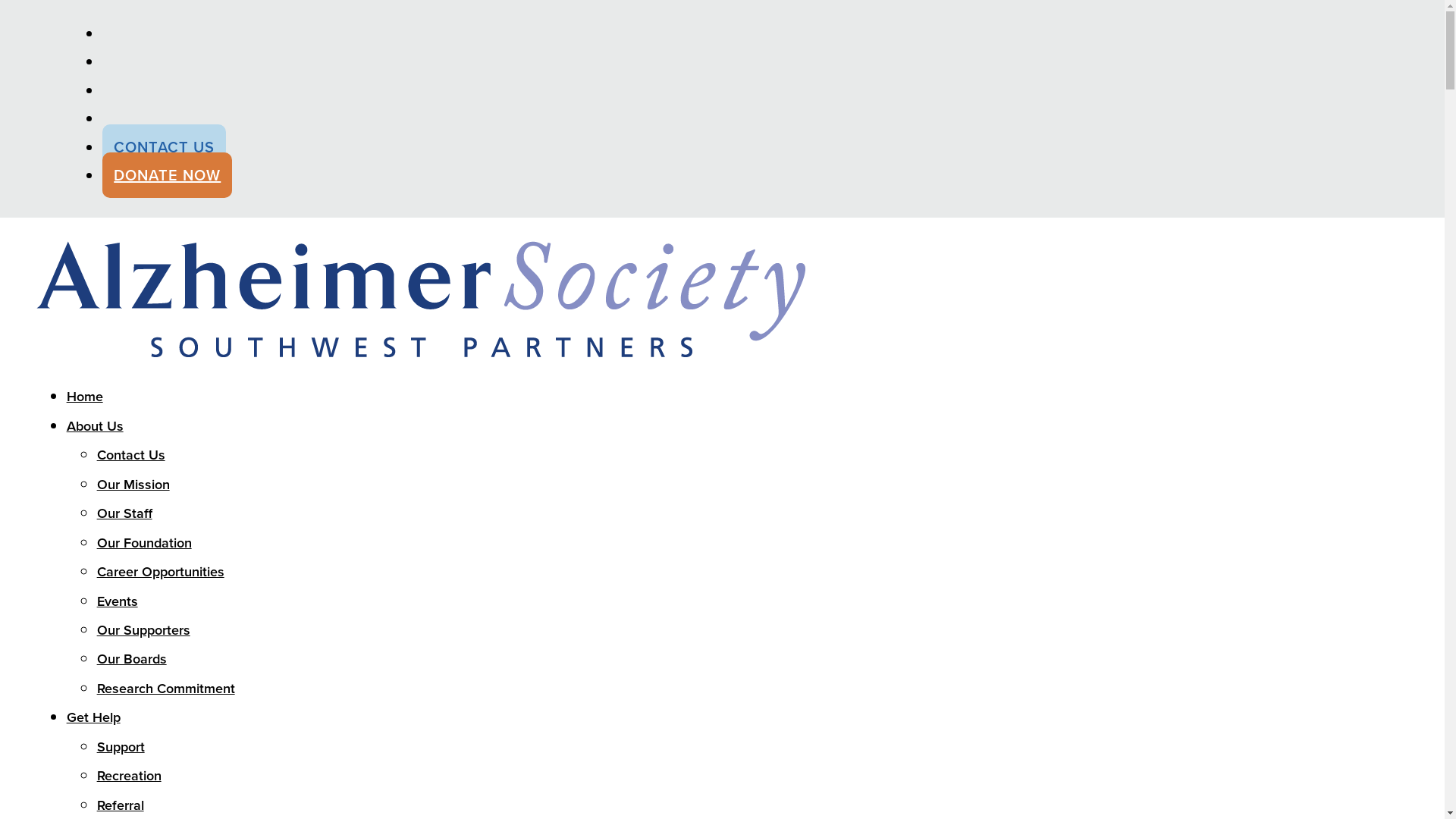 This screenshot has width=1456, height=819. Describe the element at coordinates (101, 146) in the screenshot. I see `'CONTACT US'` at that location.